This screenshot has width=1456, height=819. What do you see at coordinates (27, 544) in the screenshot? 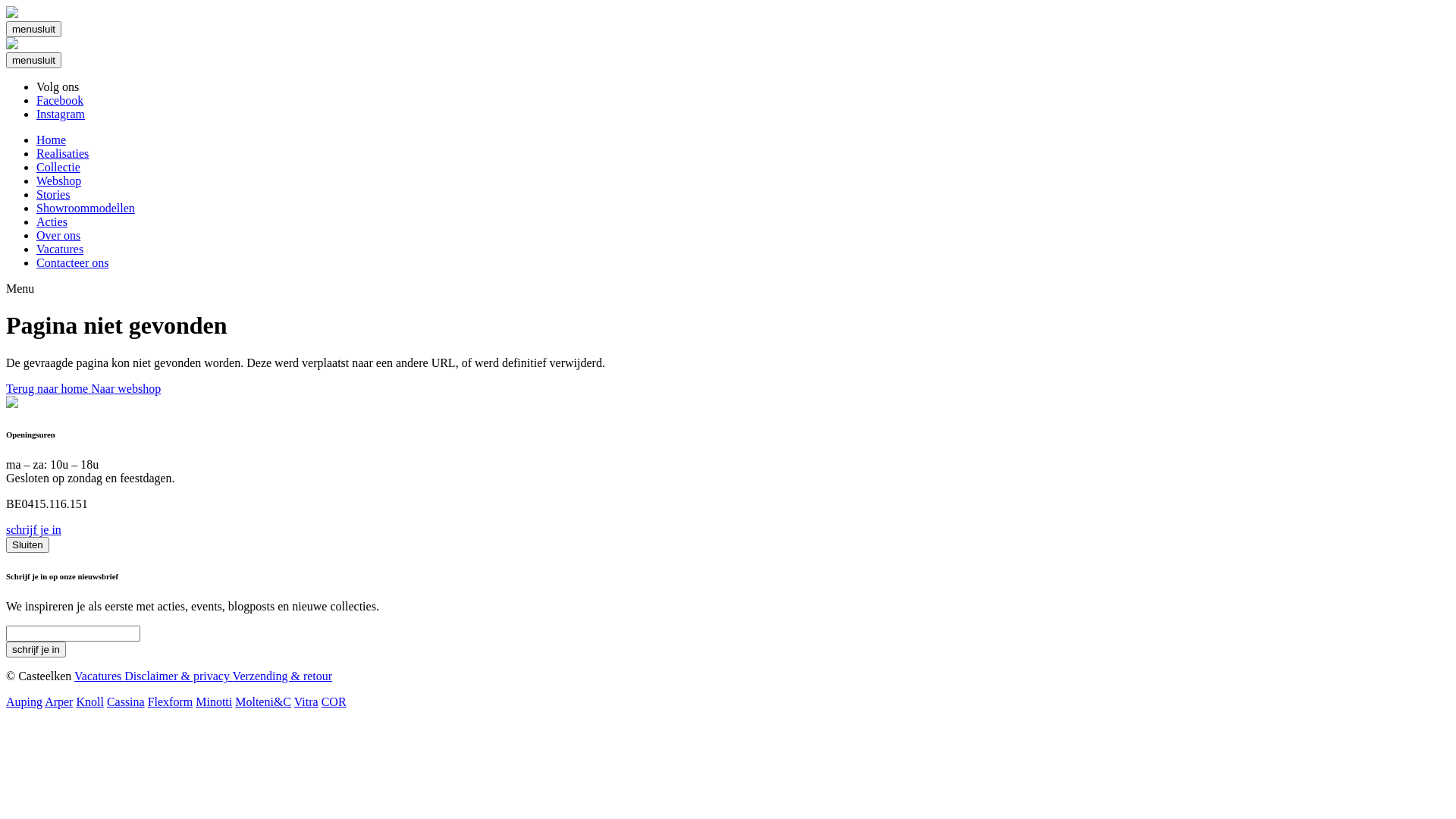
I see `'Sluiten'` at bounding box center [27, 544].